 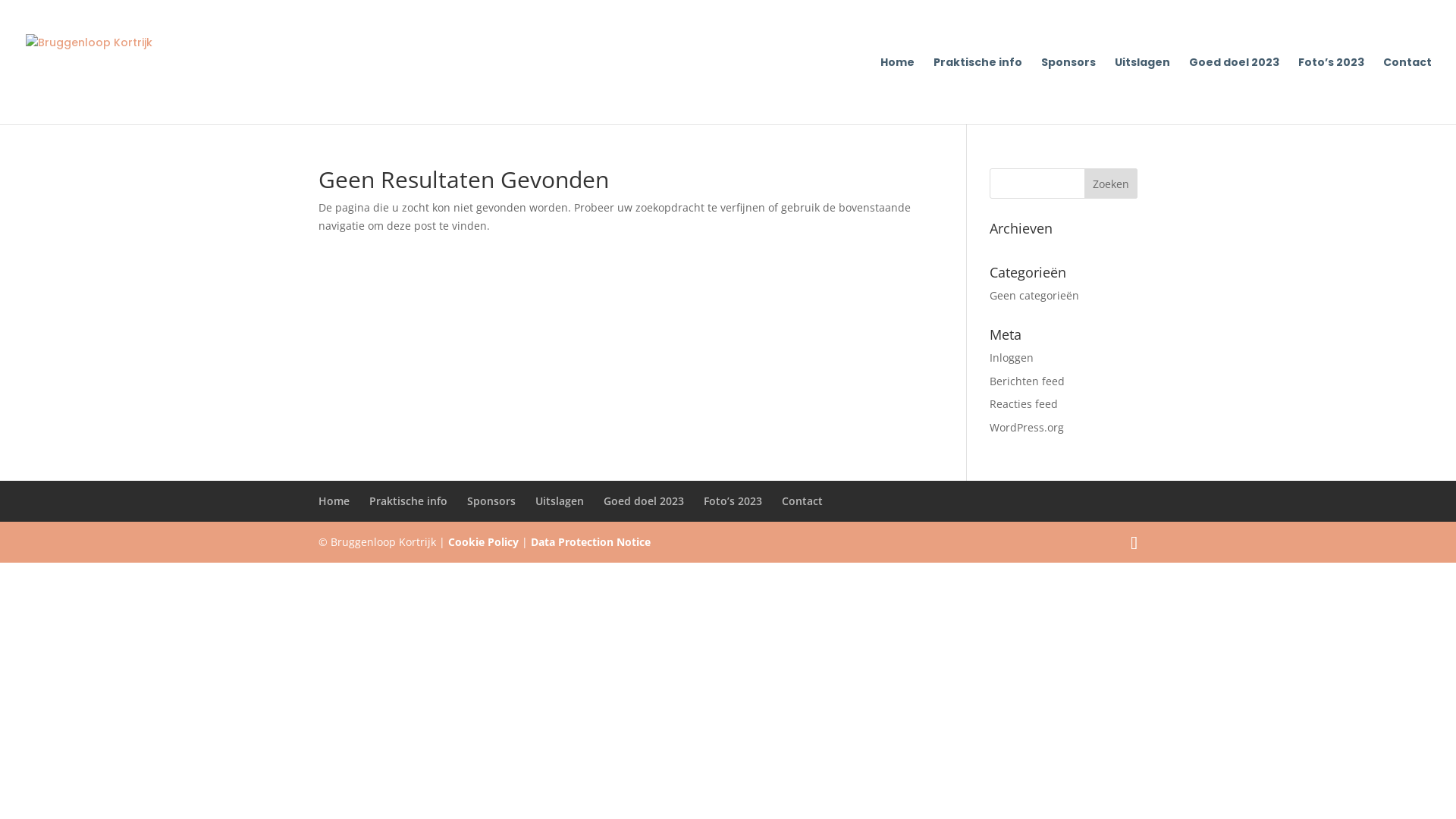 I want to click on 'Home', so click(x=880, y=90).